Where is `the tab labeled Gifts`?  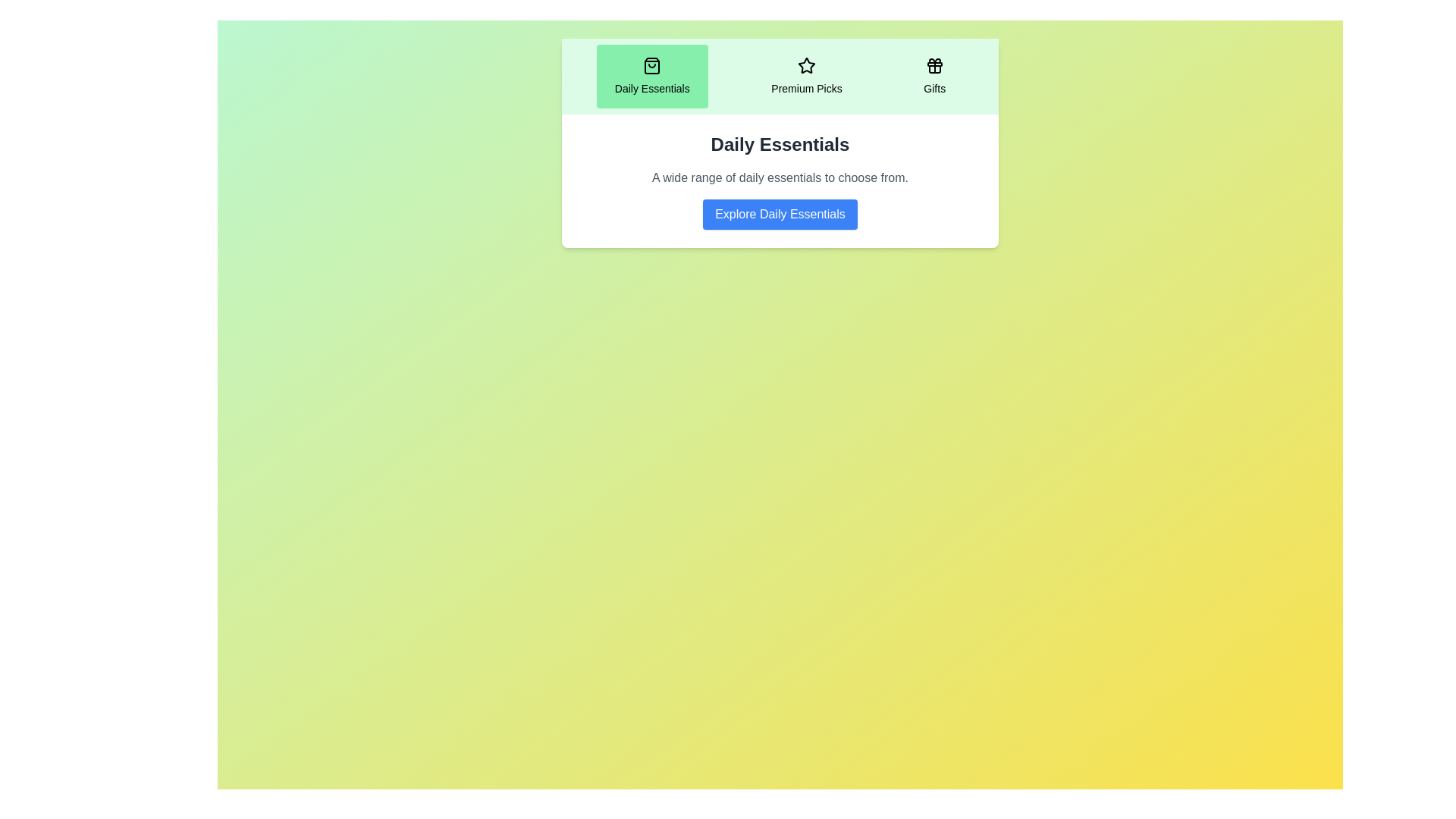
the tab labeled Gifts is located at coordinates (934, 76).